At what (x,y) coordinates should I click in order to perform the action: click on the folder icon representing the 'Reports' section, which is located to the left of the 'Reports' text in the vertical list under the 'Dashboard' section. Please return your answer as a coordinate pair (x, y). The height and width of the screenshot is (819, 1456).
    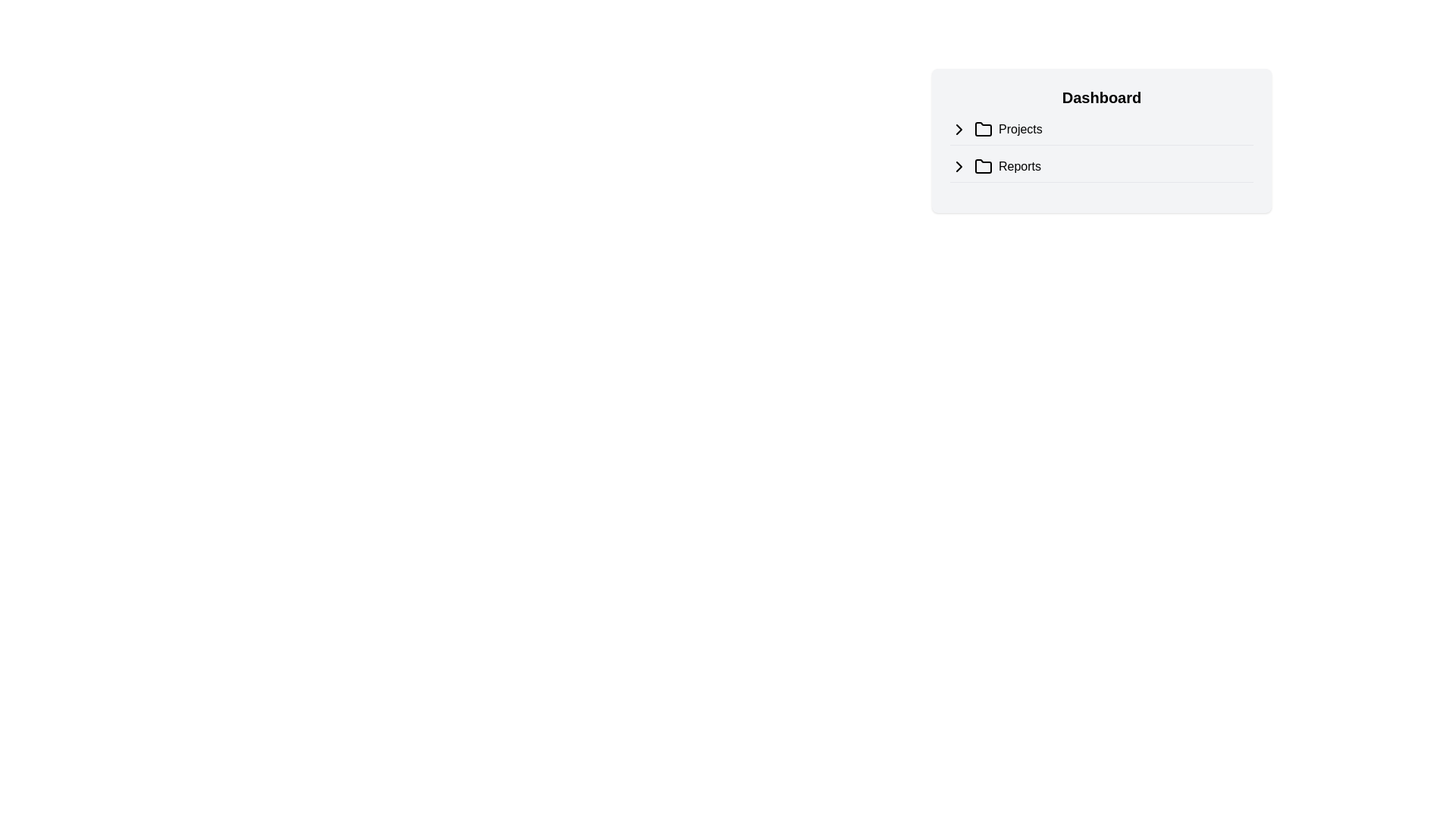
    Looking at the image, I should click on (983, 166).